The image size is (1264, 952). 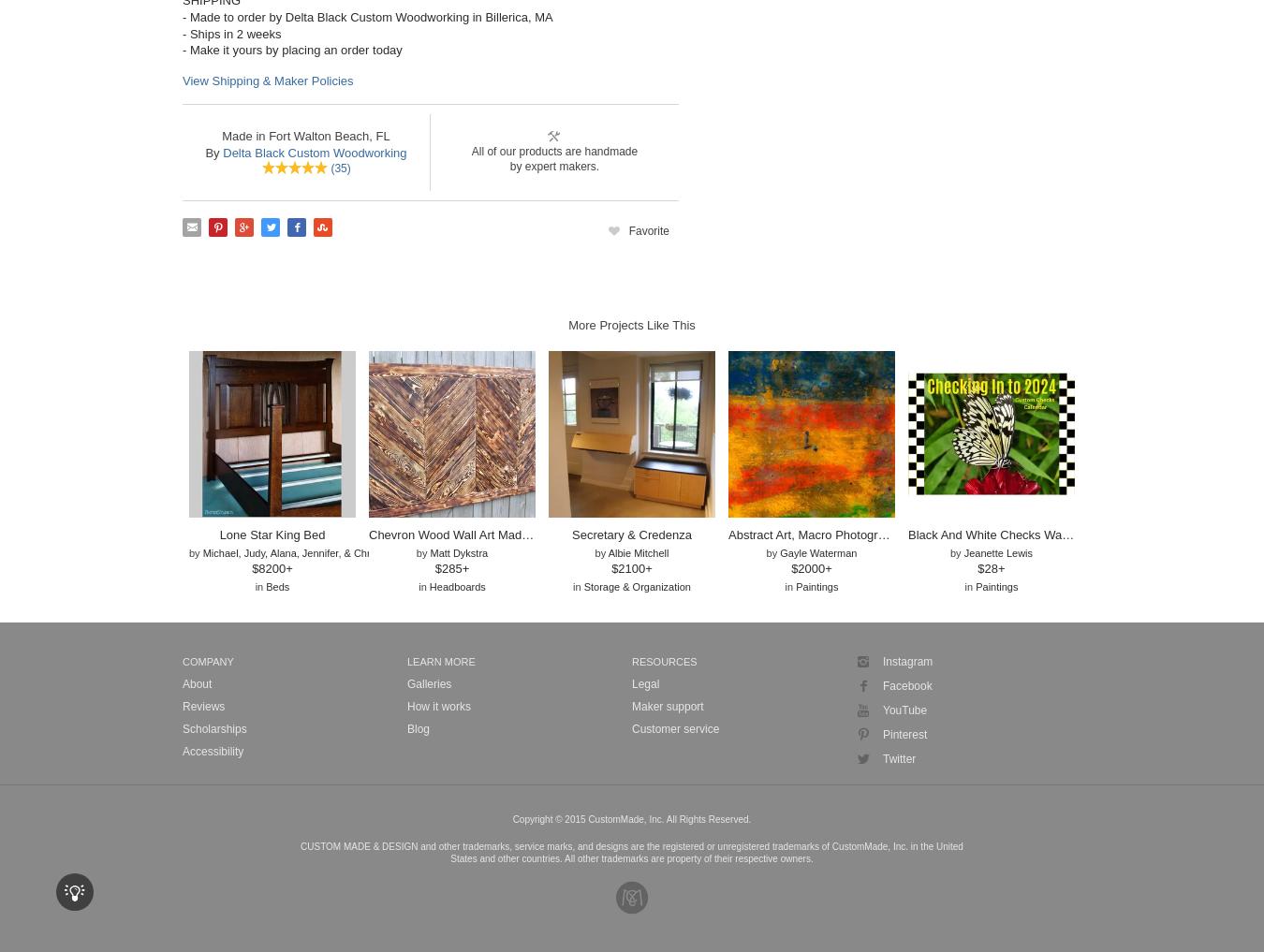 I want to click on 'Headboards', so click(x=456, y=585).